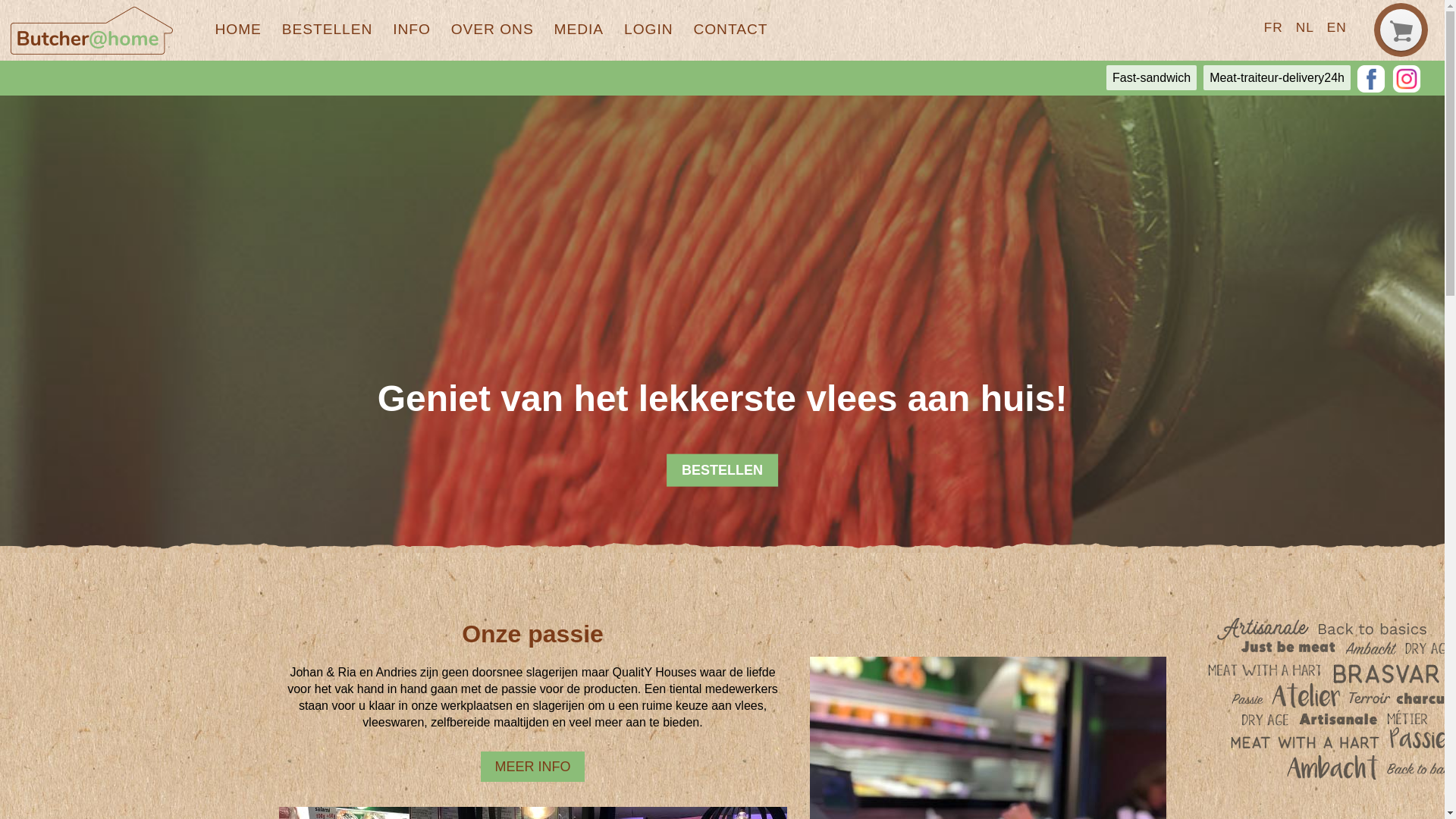  What do you see at coordinates (1304, 27) in the screenshot?
I see `'NL'` at bounding box center [1304, 27].